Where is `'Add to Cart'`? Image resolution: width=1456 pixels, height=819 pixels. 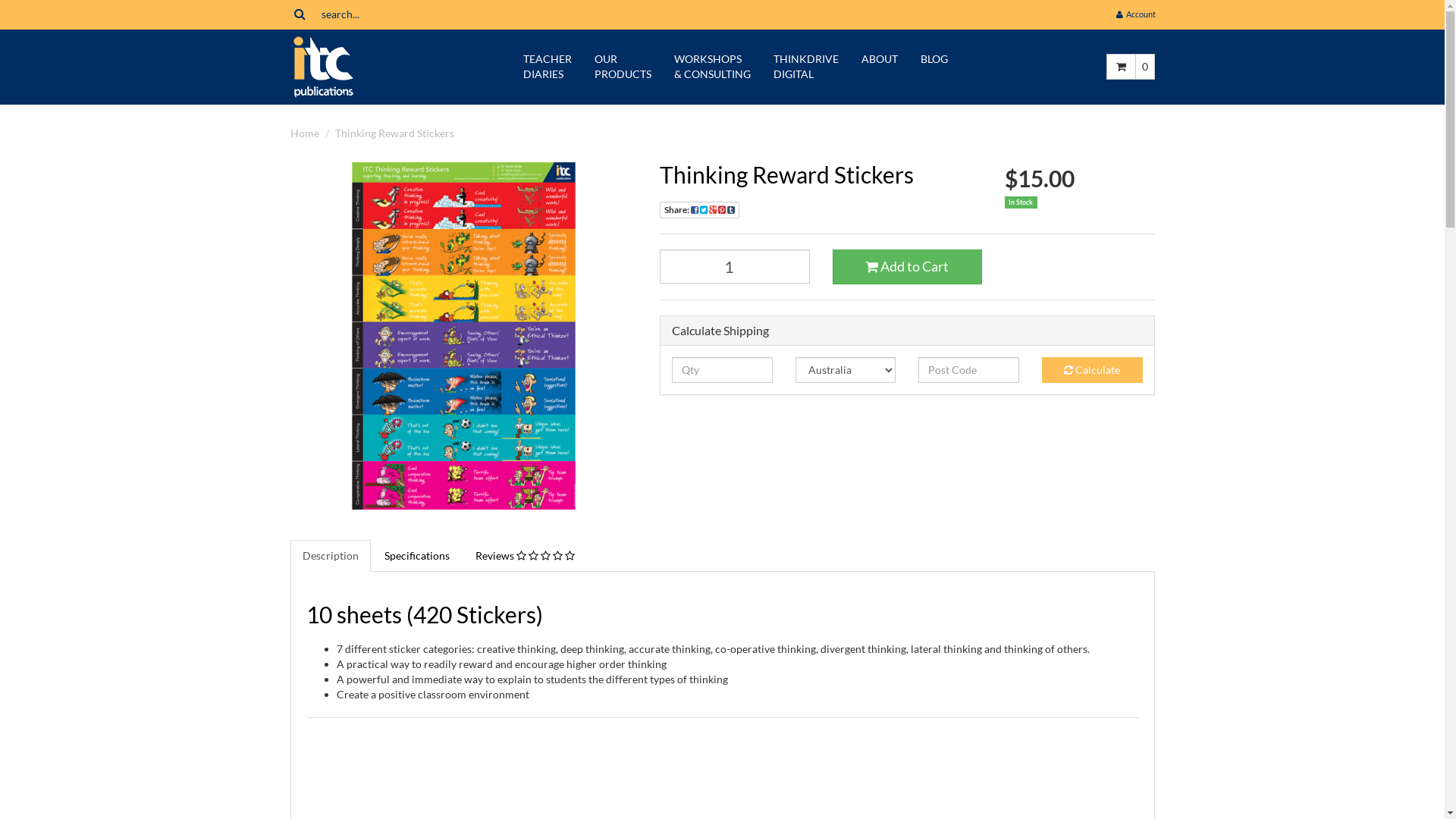 'Add to Cart' is located at coordinates (907, 265).